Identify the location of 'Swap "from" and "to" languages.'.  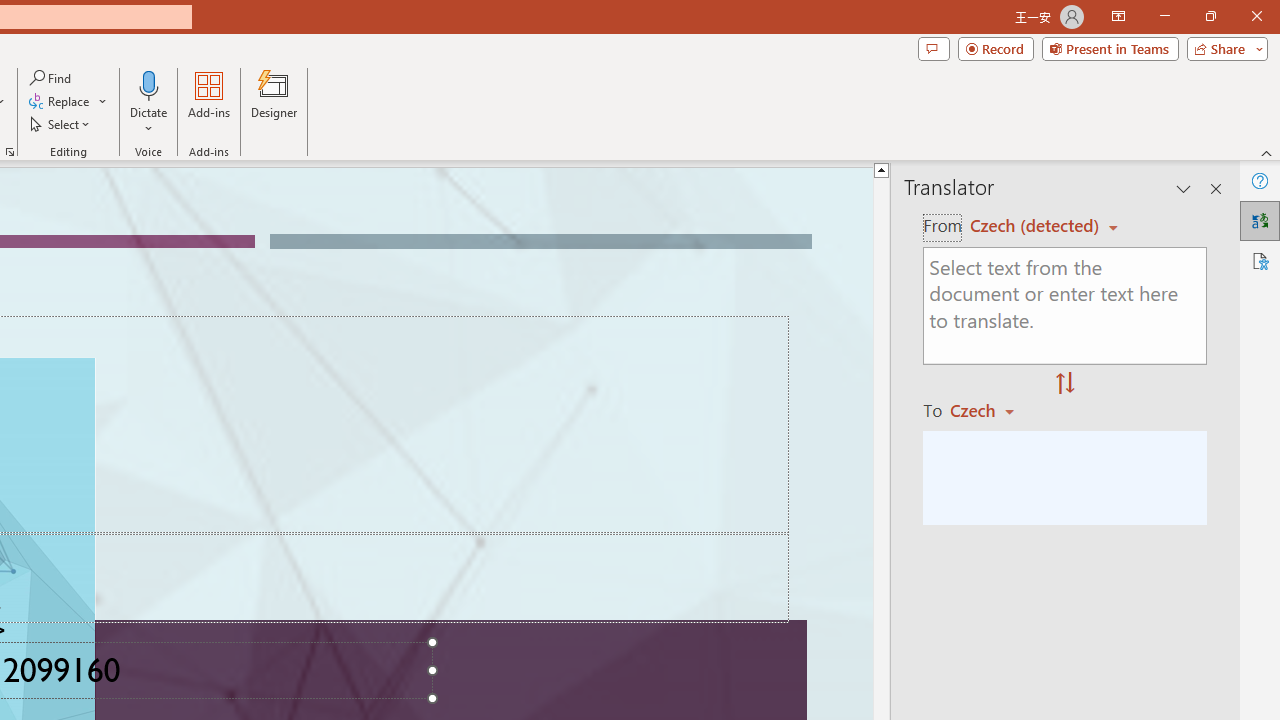
(1064, 384).